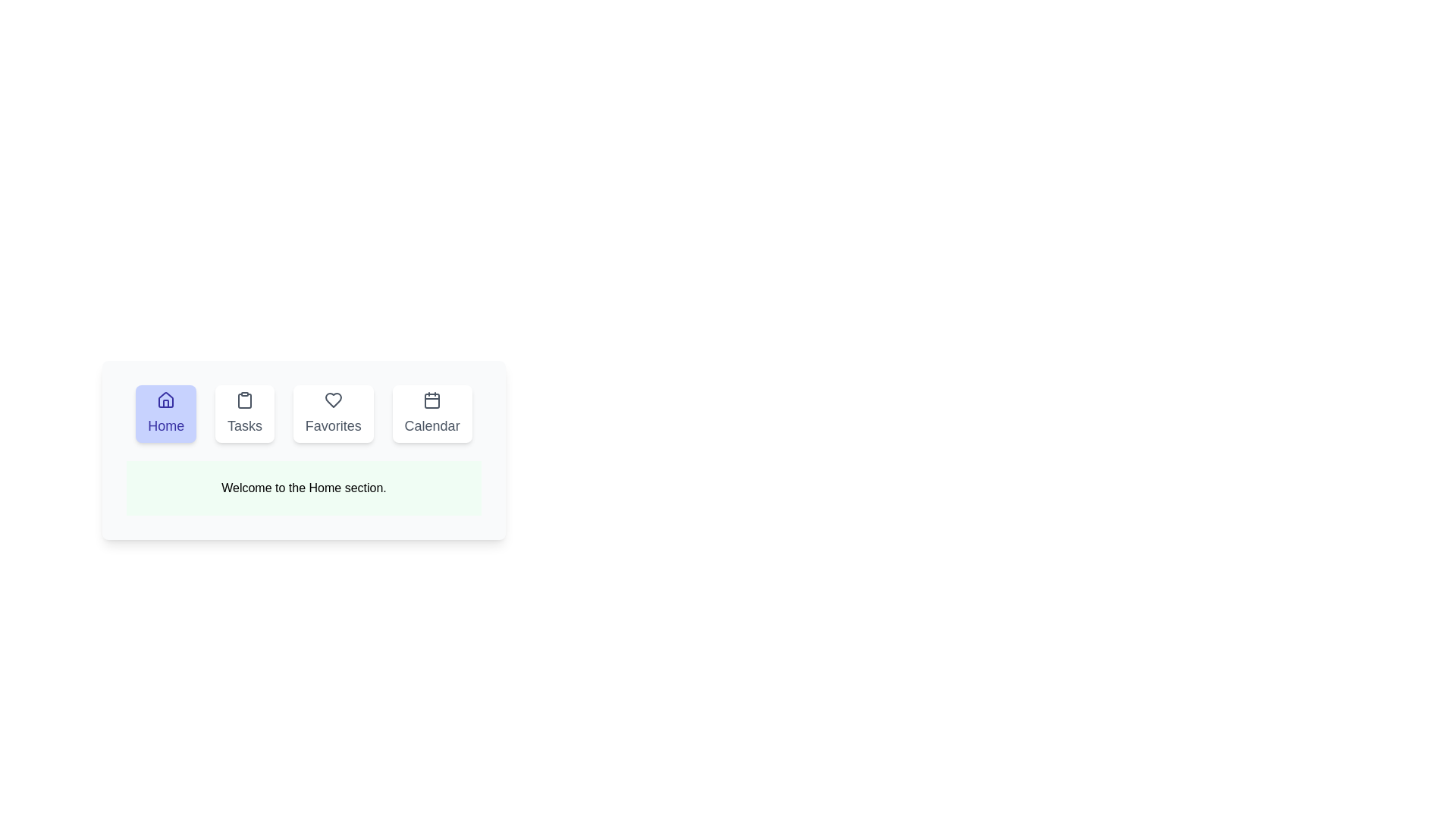 This screenshot has width=1456, height=819. What do you see at coordinates (431, 414) in the screenshot?
I see `the tab button labeled Calendar` at bounding box center [431, 414].